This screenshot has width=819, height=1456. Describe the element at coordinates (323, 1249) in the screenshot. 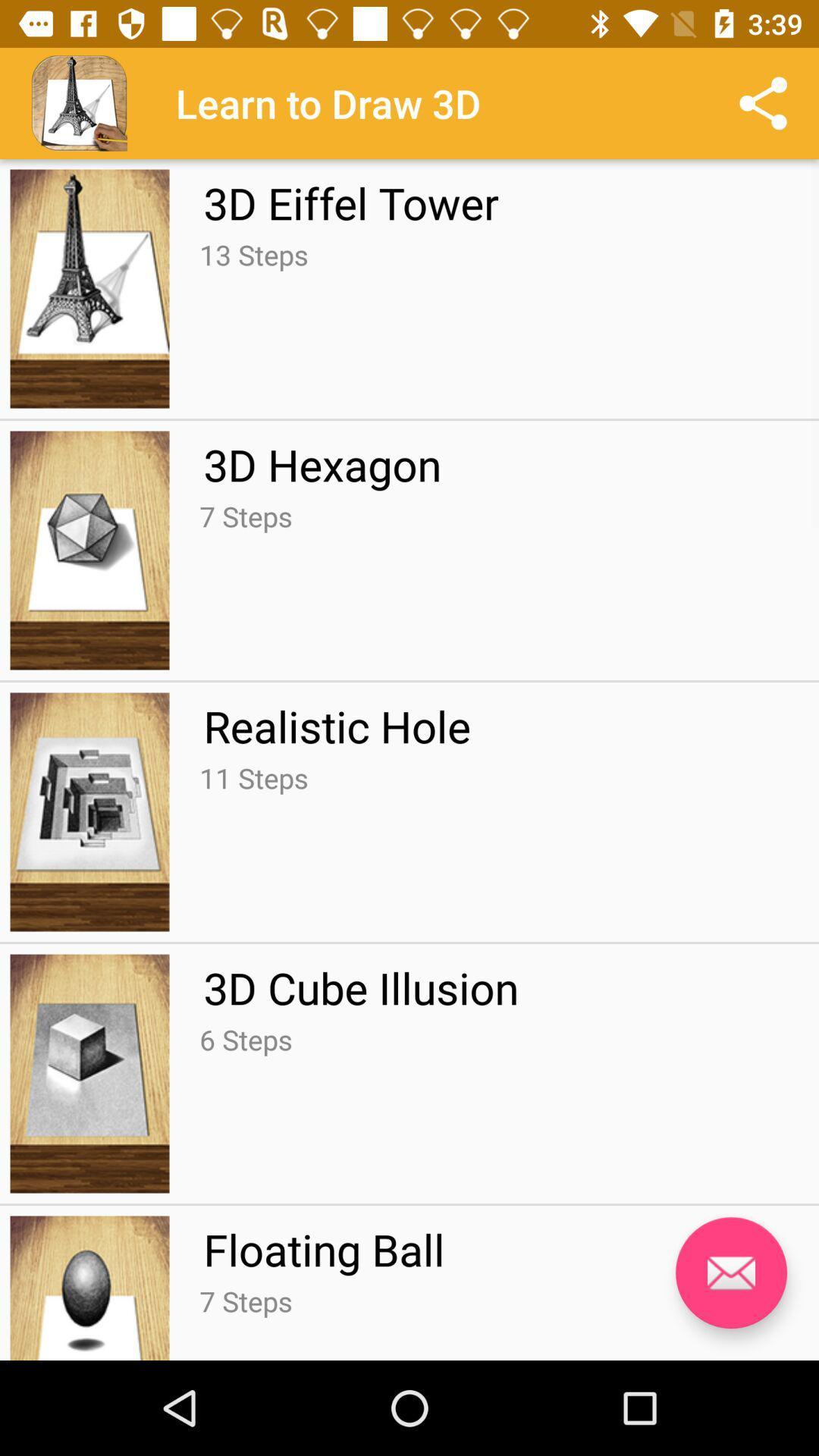

I see `the floating ball icon` at that location.